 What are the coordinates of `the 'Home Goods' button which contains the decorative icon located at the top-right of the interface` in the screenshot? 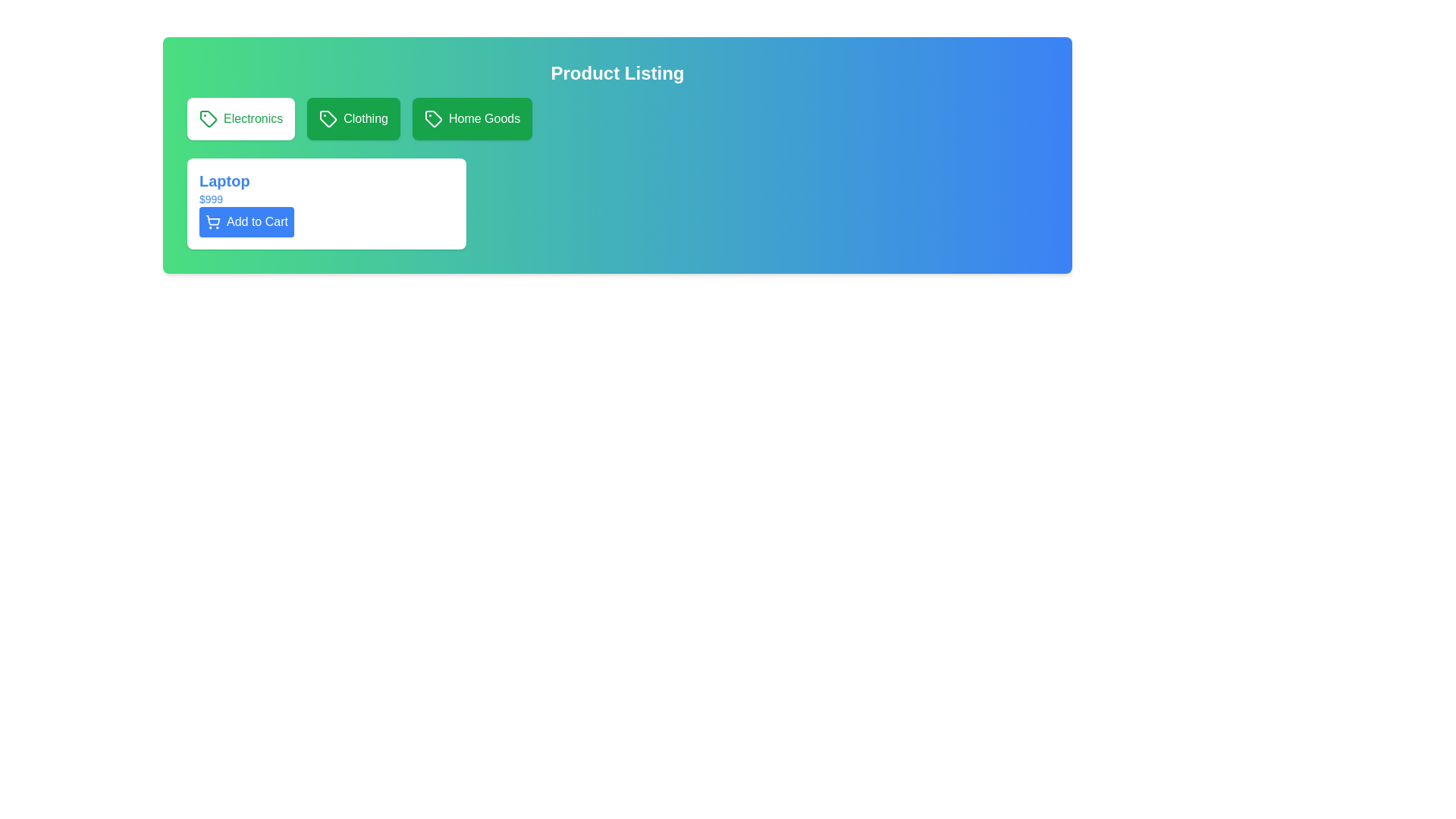 It's located at (432, 118).